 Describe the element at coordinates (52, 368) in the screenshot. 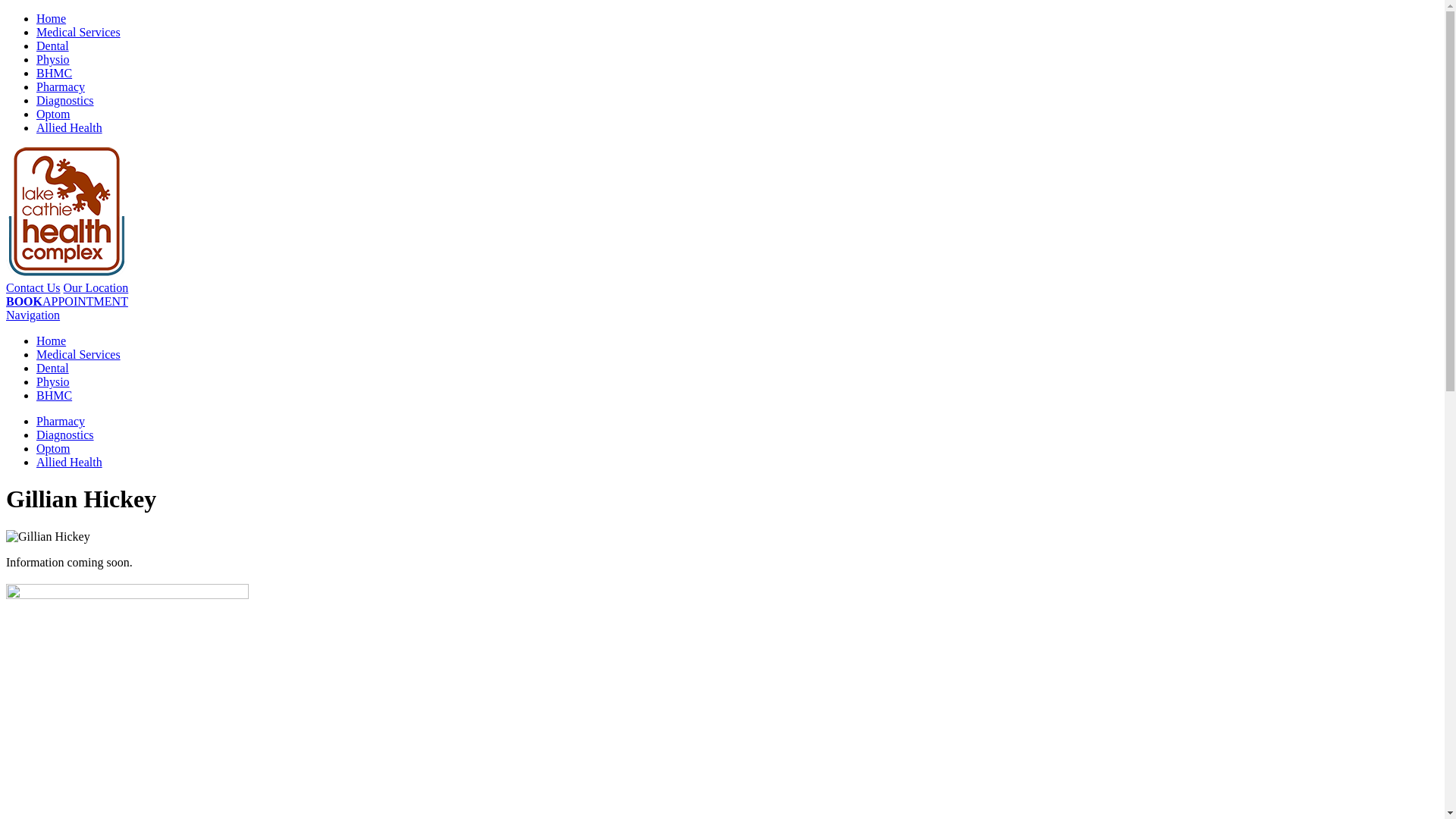

I see `'Dental'` at that location.